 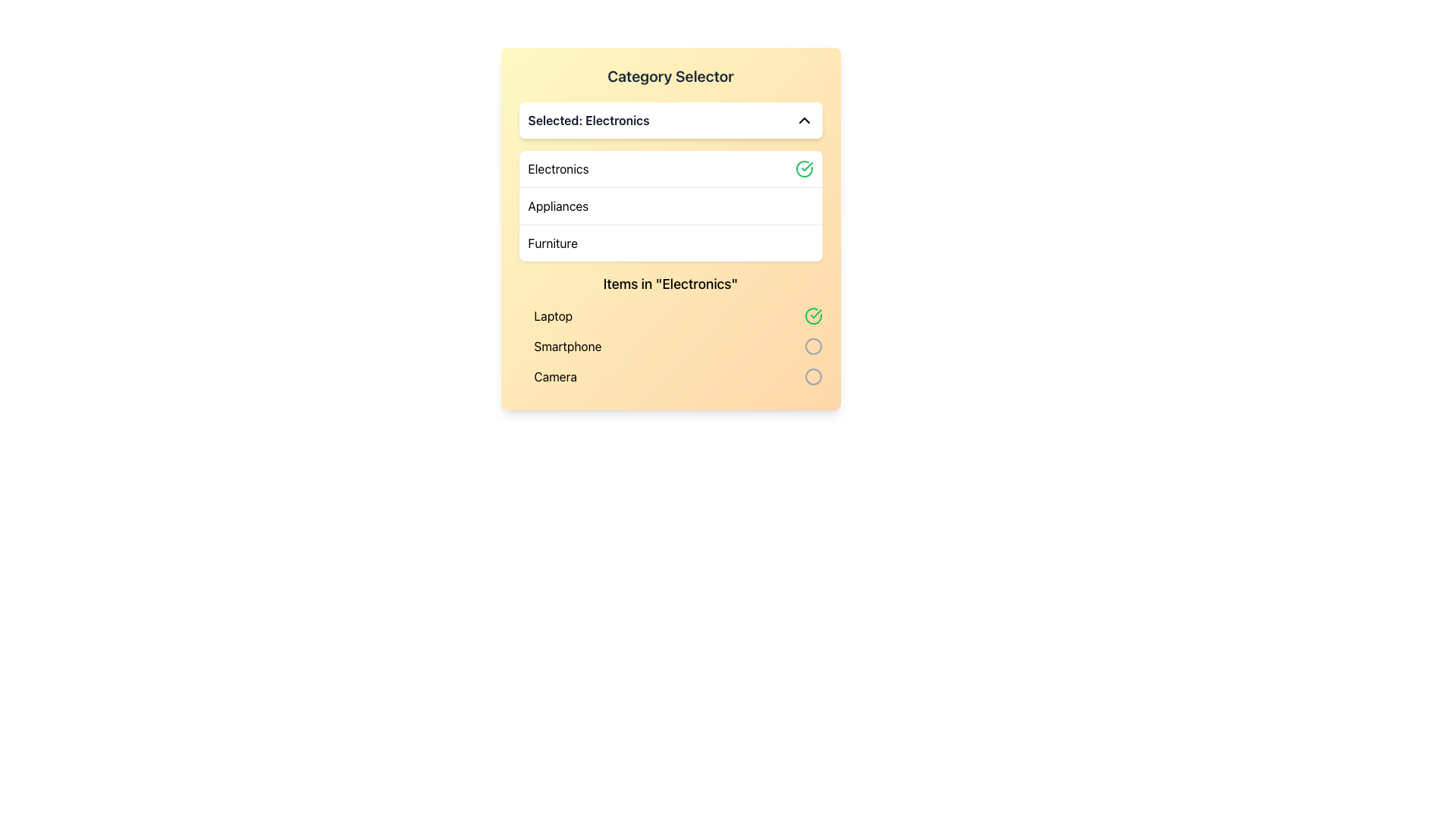 I want to click on the small upward-pointing chevron icon with a black stroke located at the far right of the 'Selected: Electronics' dropdown header to receive potential feedback, so click(x=803, y=119).